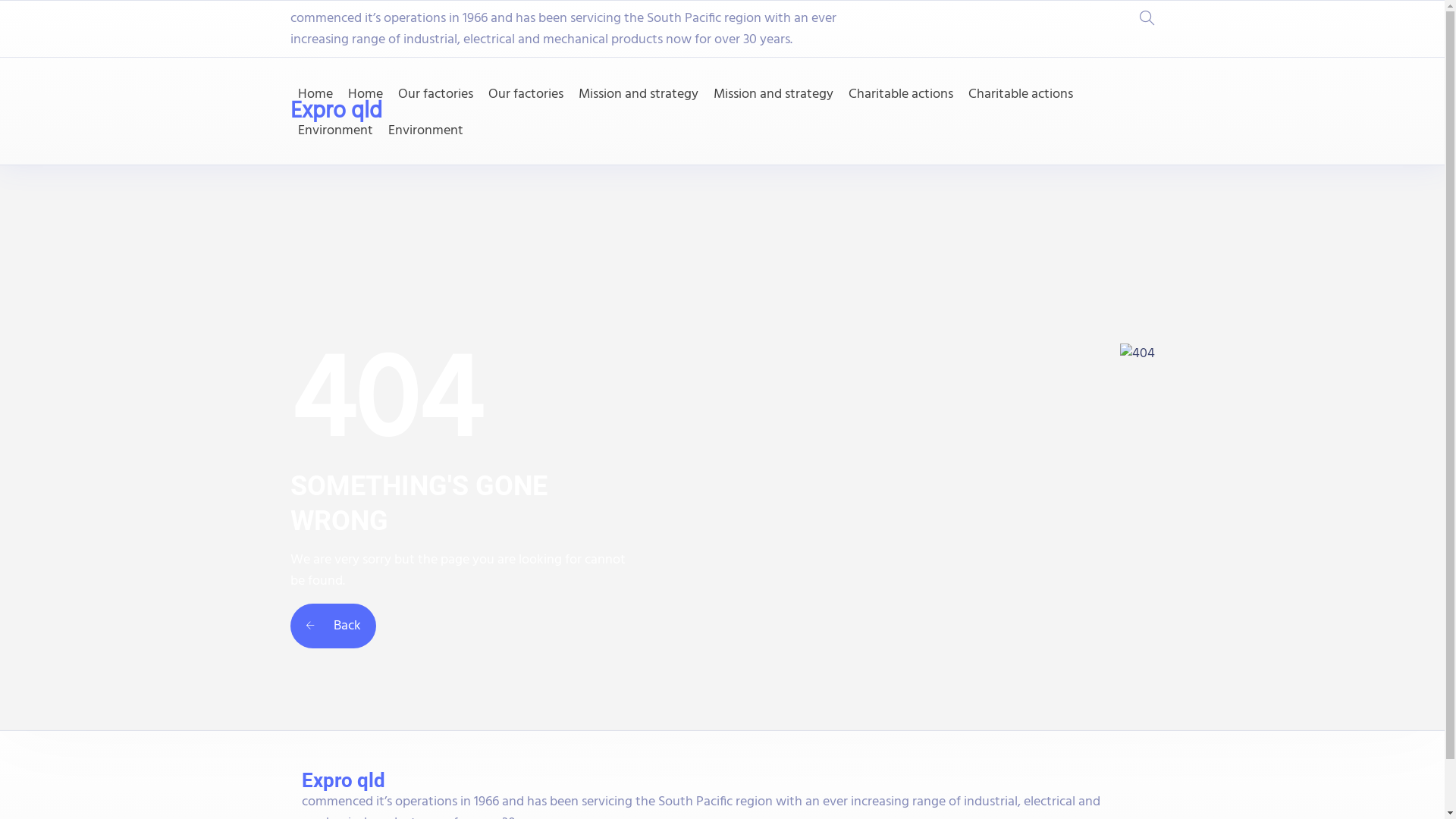  I want to click on 'Back', so click(290, 626).